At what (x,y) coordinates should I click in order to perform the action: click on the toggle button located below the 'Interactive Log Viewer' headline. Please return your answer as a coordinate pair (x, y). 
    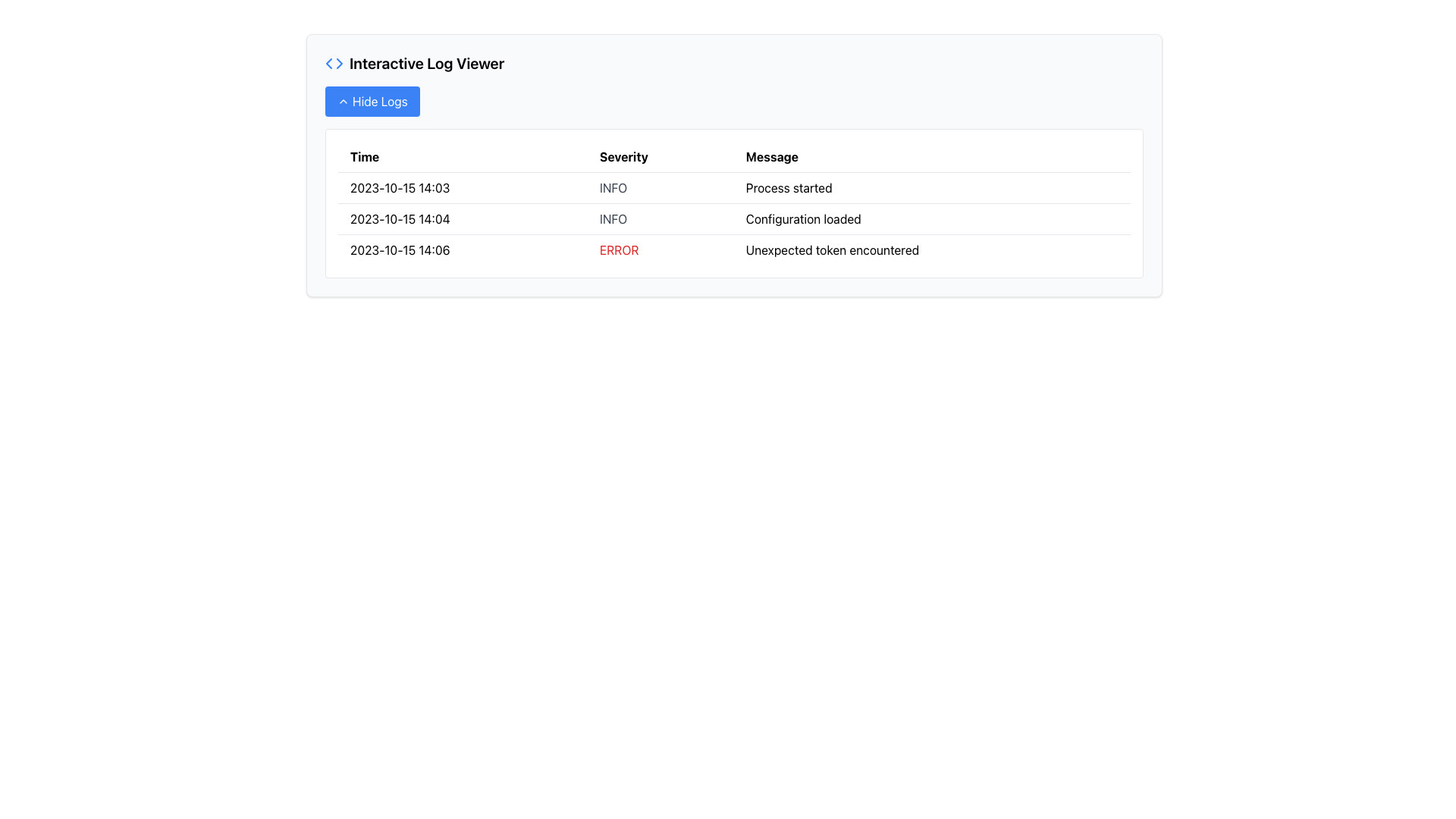
    Looking at the image, I should click on (372, 102).